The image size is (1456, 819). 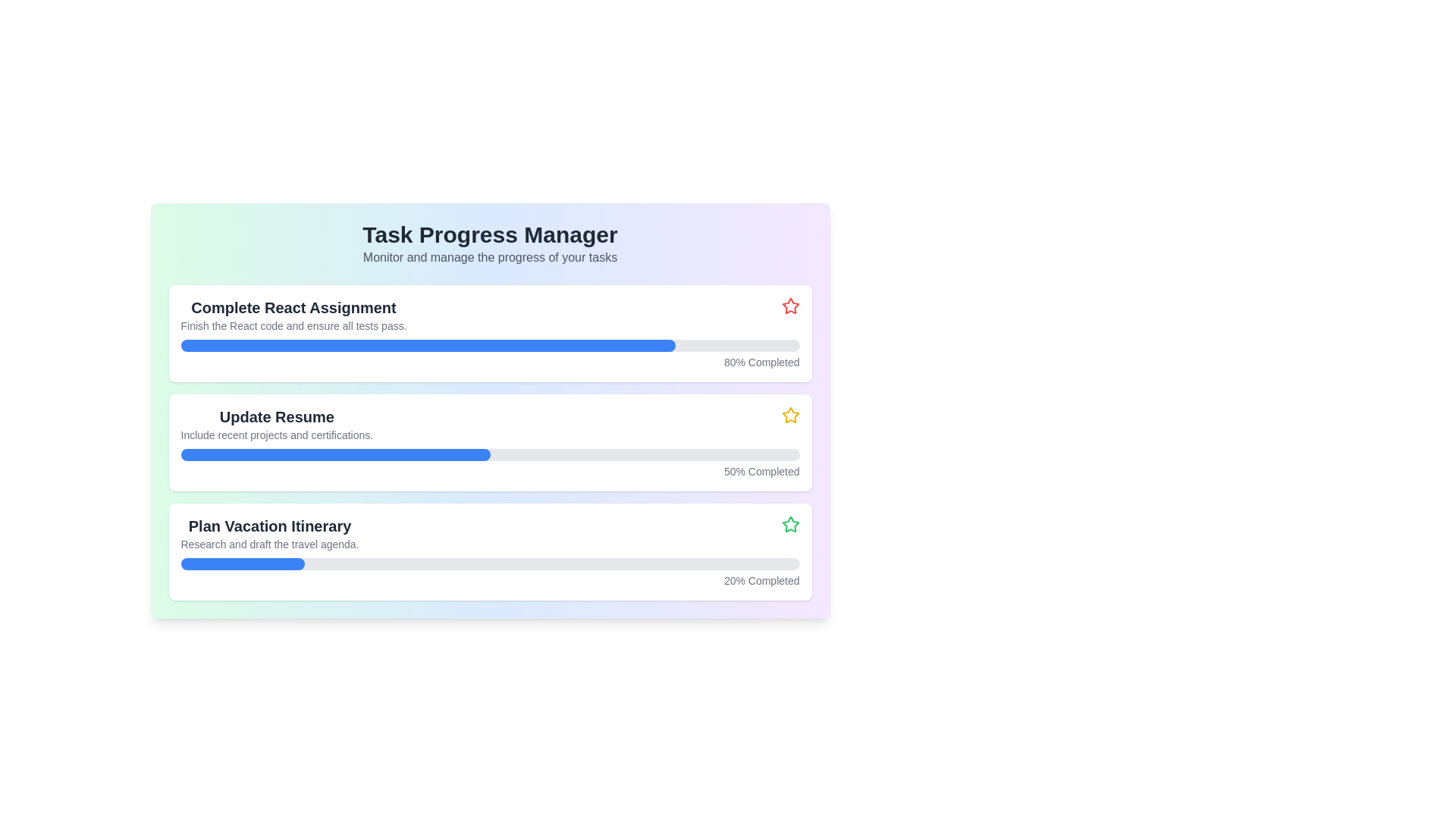 I want to click on task progress, so click(x=781, y=564).